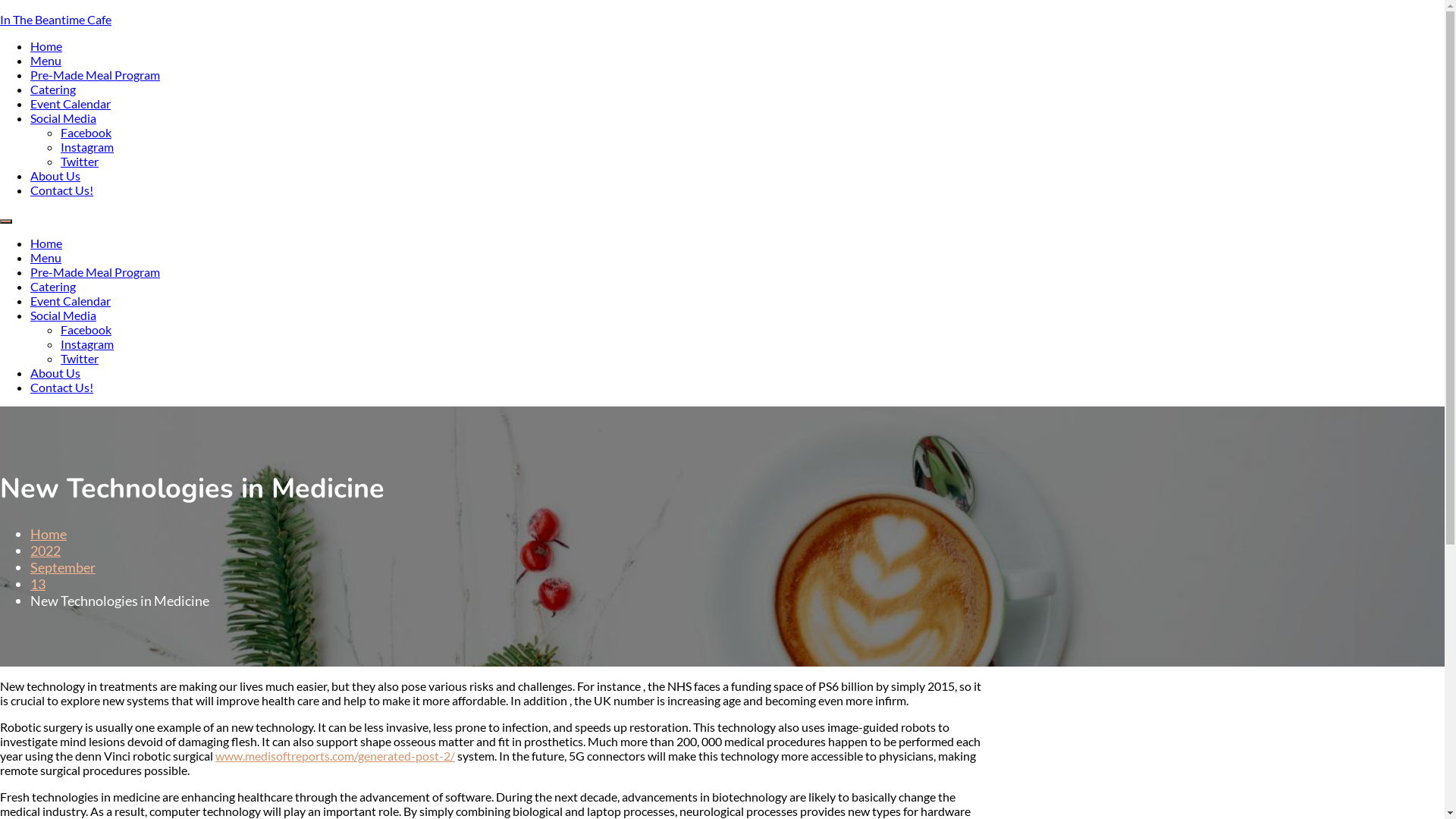  What do you see at coordinates (55, 372) in the screenshot?
I see `'About Us'` at bounding box center [55, 372].